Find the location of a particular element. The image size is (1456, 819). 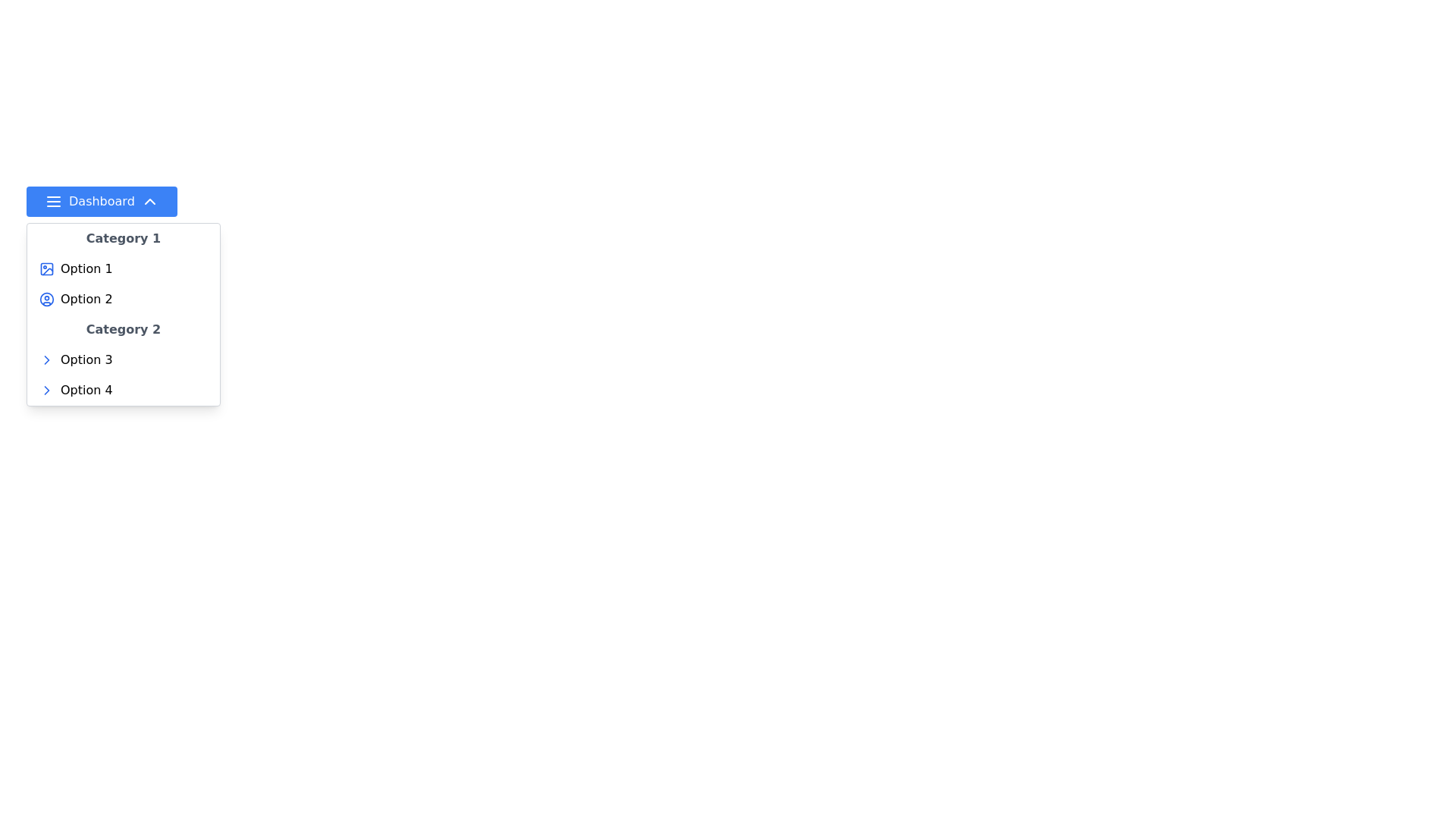

the chevron icon located to the right of the 'Dashboard' text, which serves as a toggle for the menu visibility is located at coordinates (149, 201).